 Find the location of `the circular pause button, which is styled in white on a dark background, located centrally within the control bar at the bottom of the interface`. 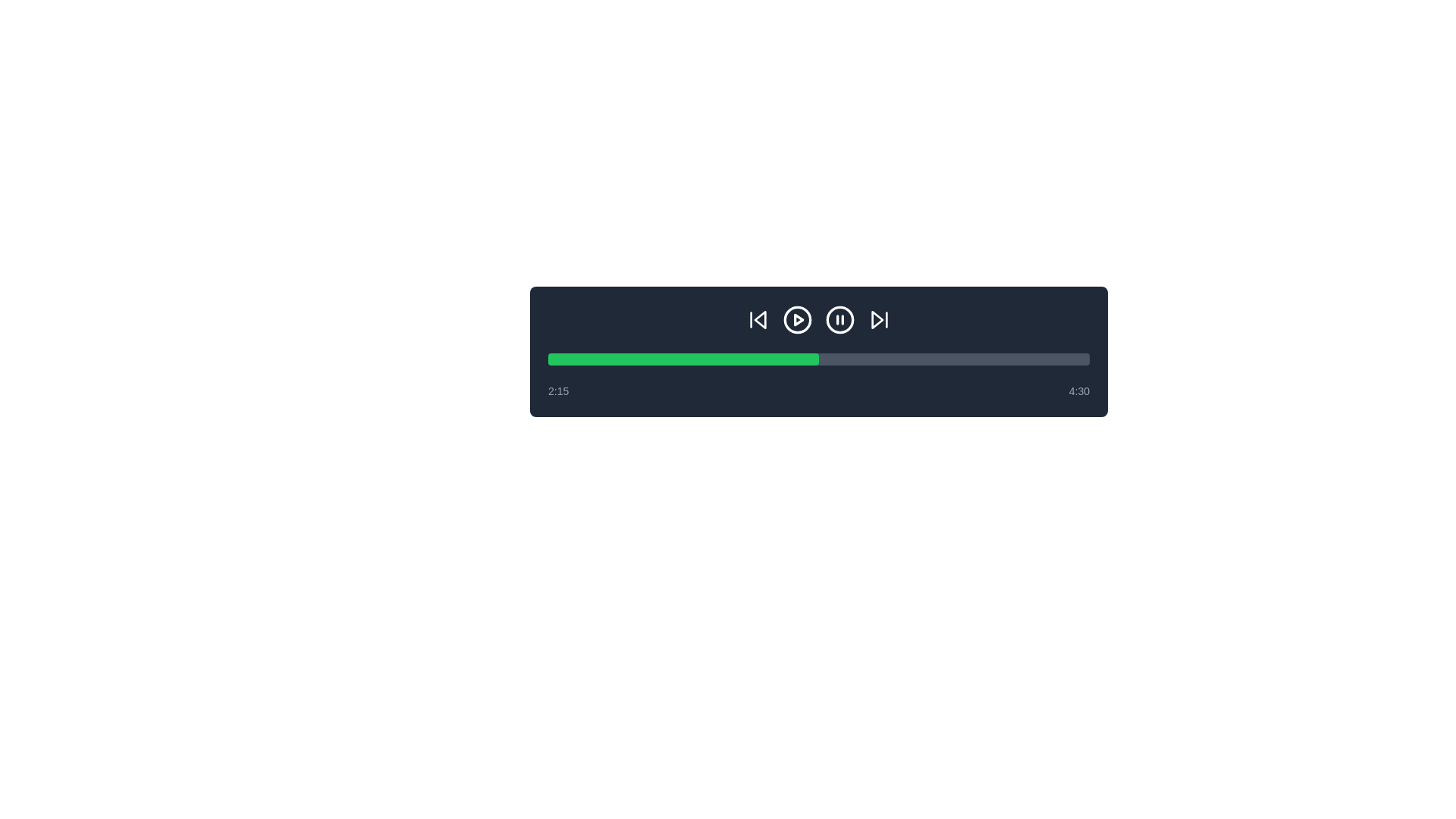

the circular pause button, which is styled in white on a dark background, located centrally within the control bar at the bottom of the interface is located at coordinates (839, 318).